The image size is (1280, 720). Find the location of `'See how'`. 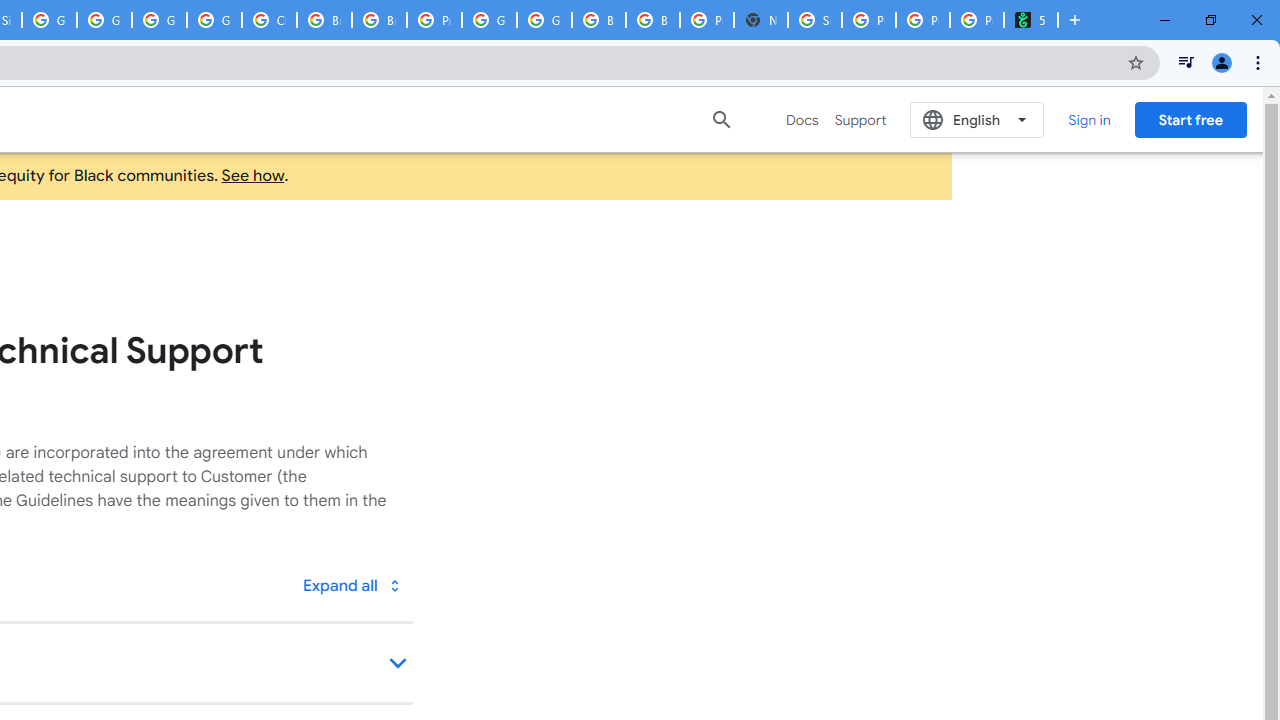

'See how' is located at coordinates (252, 175).